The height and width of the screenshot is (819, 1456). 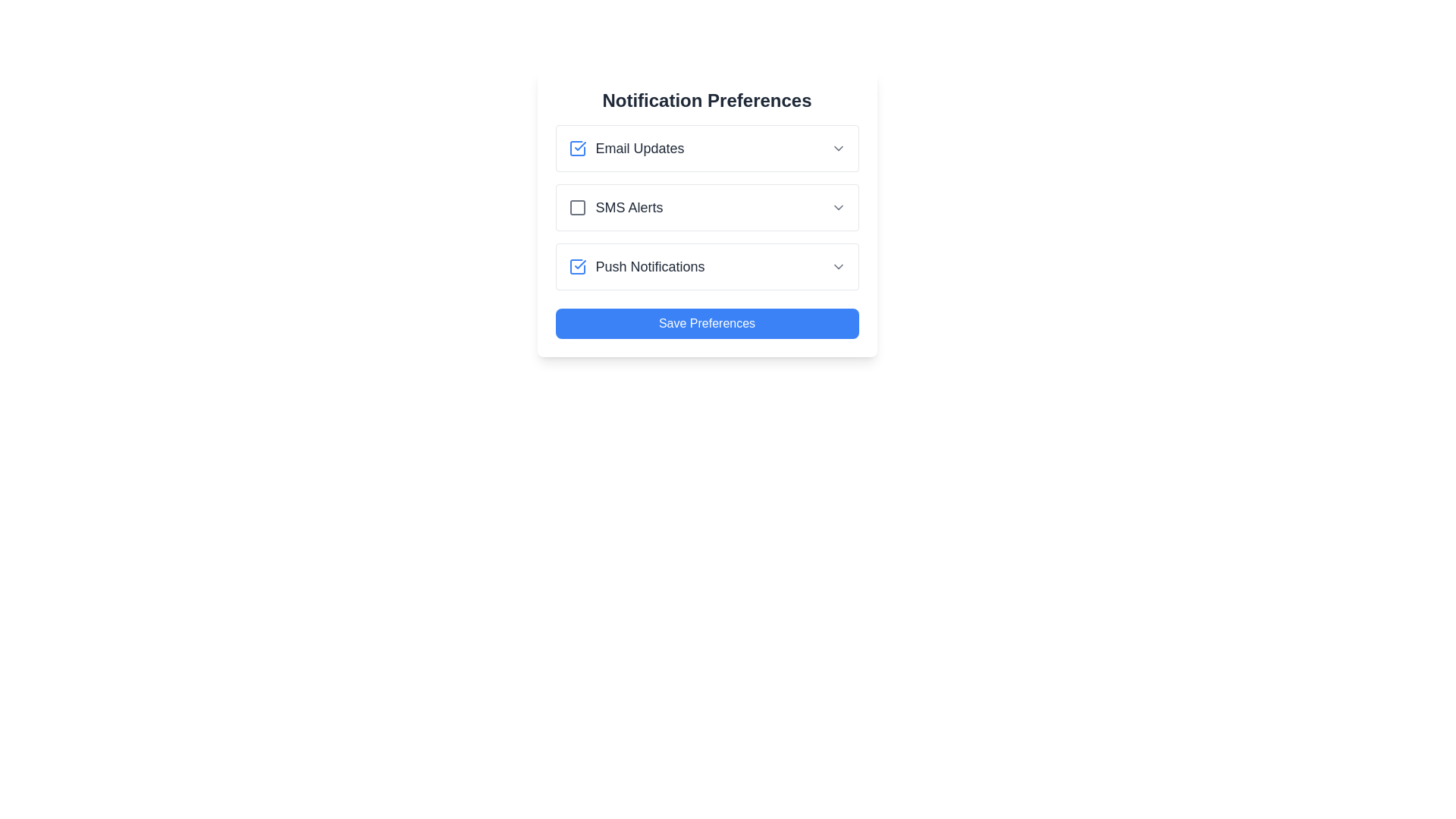 I want to click on text displayed in the 'Email Updates' label, which is a large dark gray text adjacent to a checkbox in the notification preferences list, so click(x=640, y=149).